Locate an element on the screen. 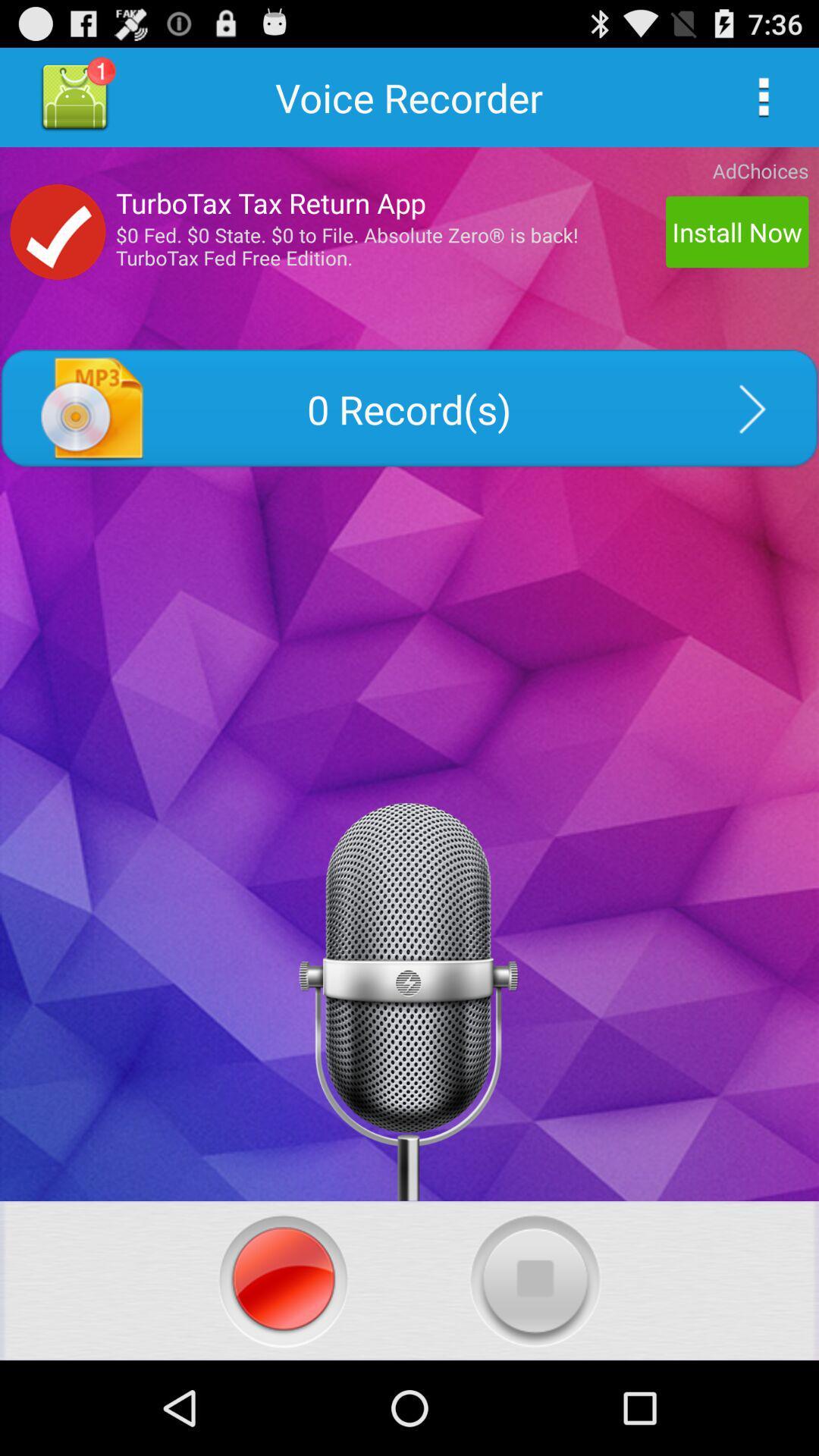 The width and height of the screenshot is (819, 1456). stop recording is located at coordinates (535, 1280).